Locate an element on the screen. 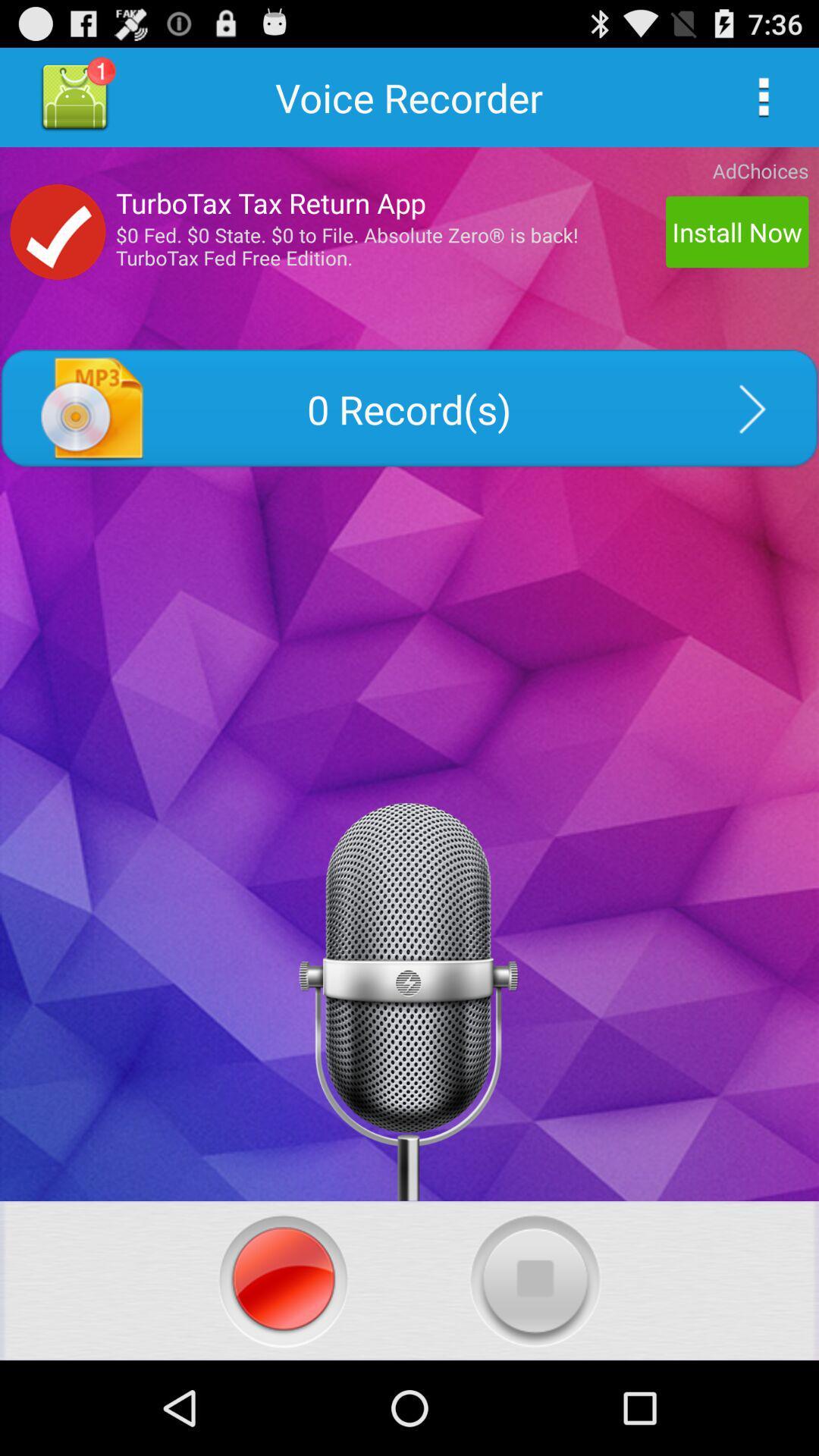 The width and height of the screenshot is (819, 1456). stop recording is located at coordinates (535, 1280).